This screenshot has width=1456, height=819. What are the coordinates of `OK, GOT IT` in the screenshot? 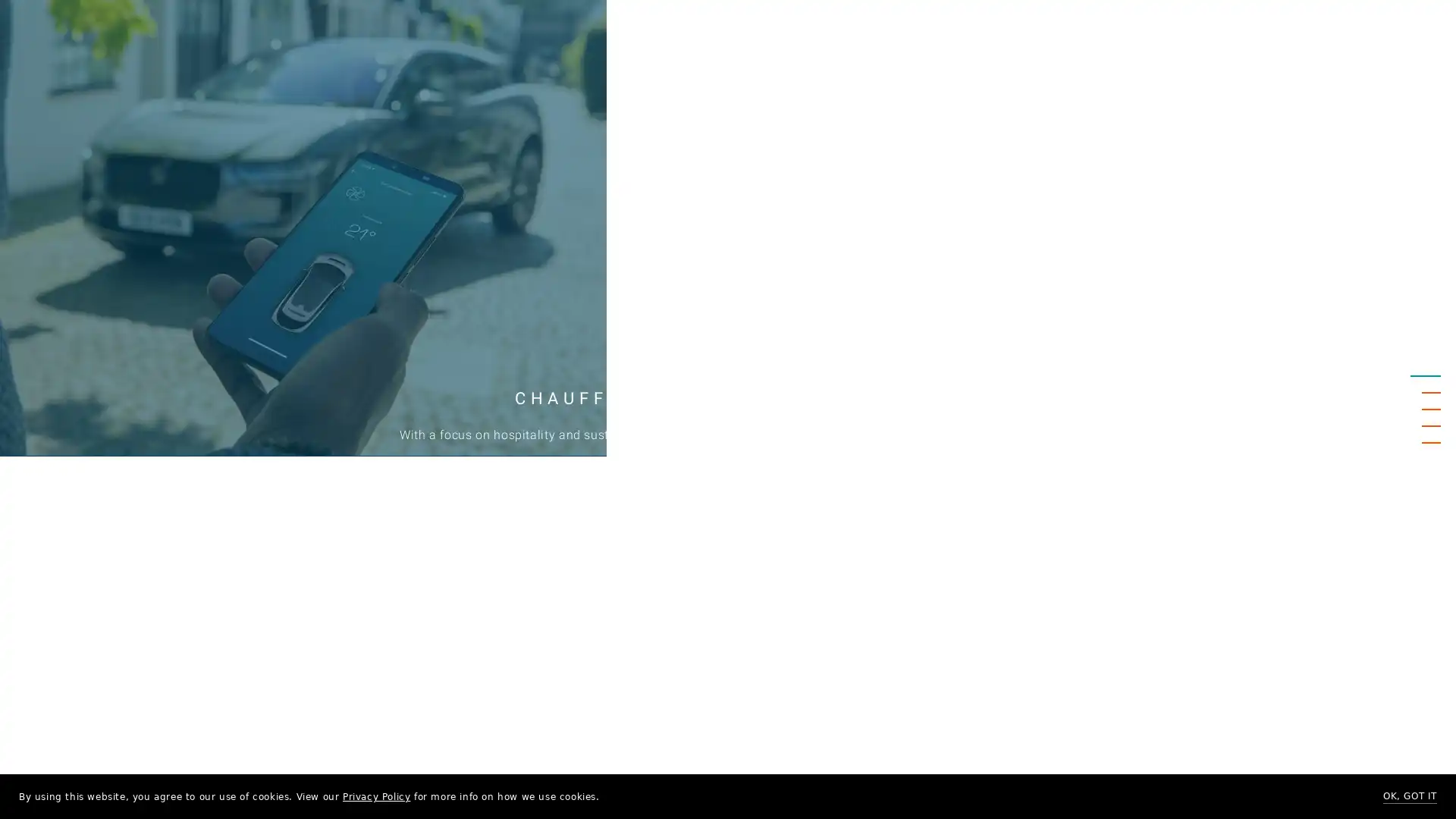 It's located at (1409, 795).